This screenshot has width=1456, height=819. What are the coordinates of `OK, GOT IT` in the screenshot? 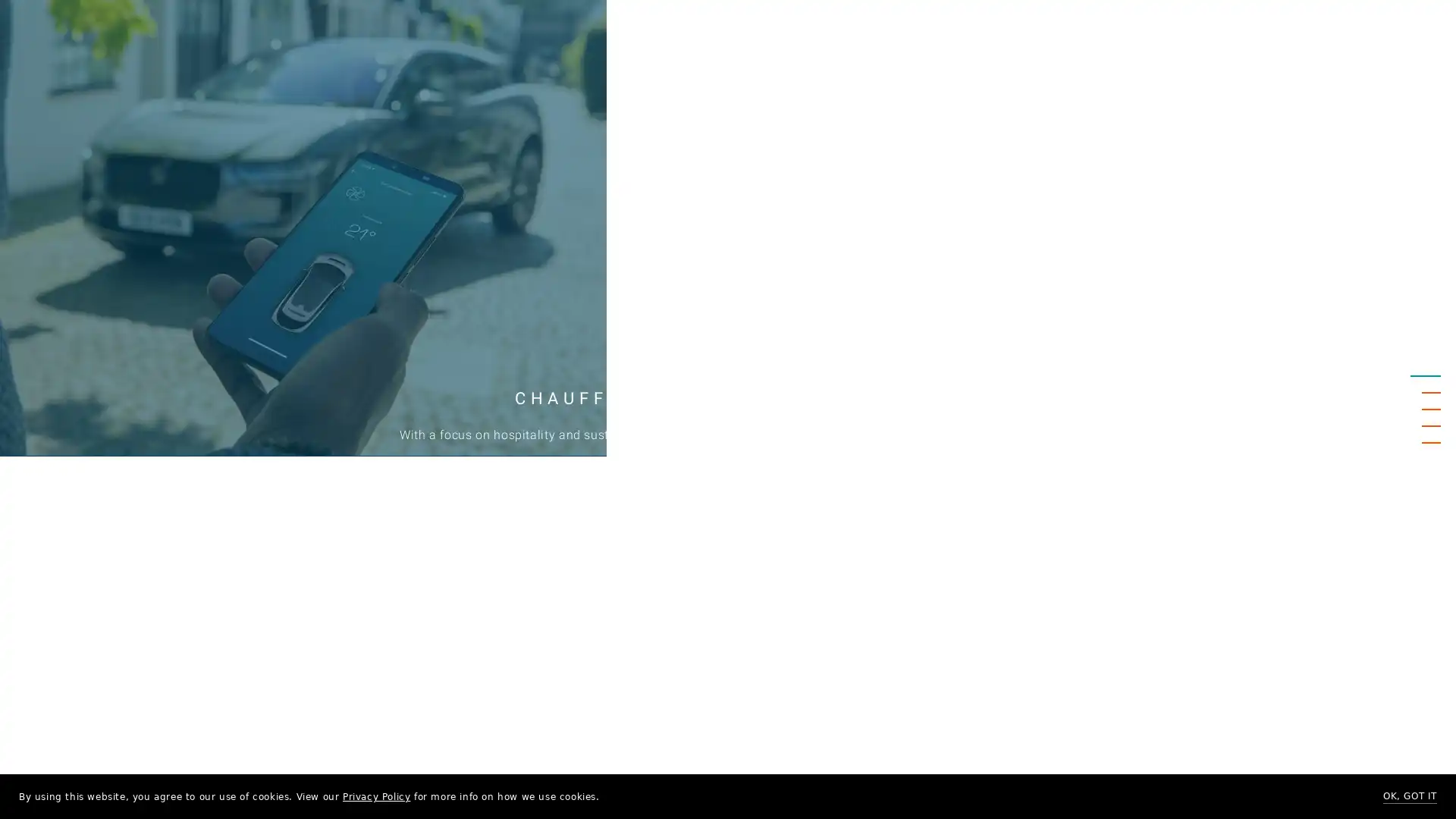 It's located at (1409, 795).